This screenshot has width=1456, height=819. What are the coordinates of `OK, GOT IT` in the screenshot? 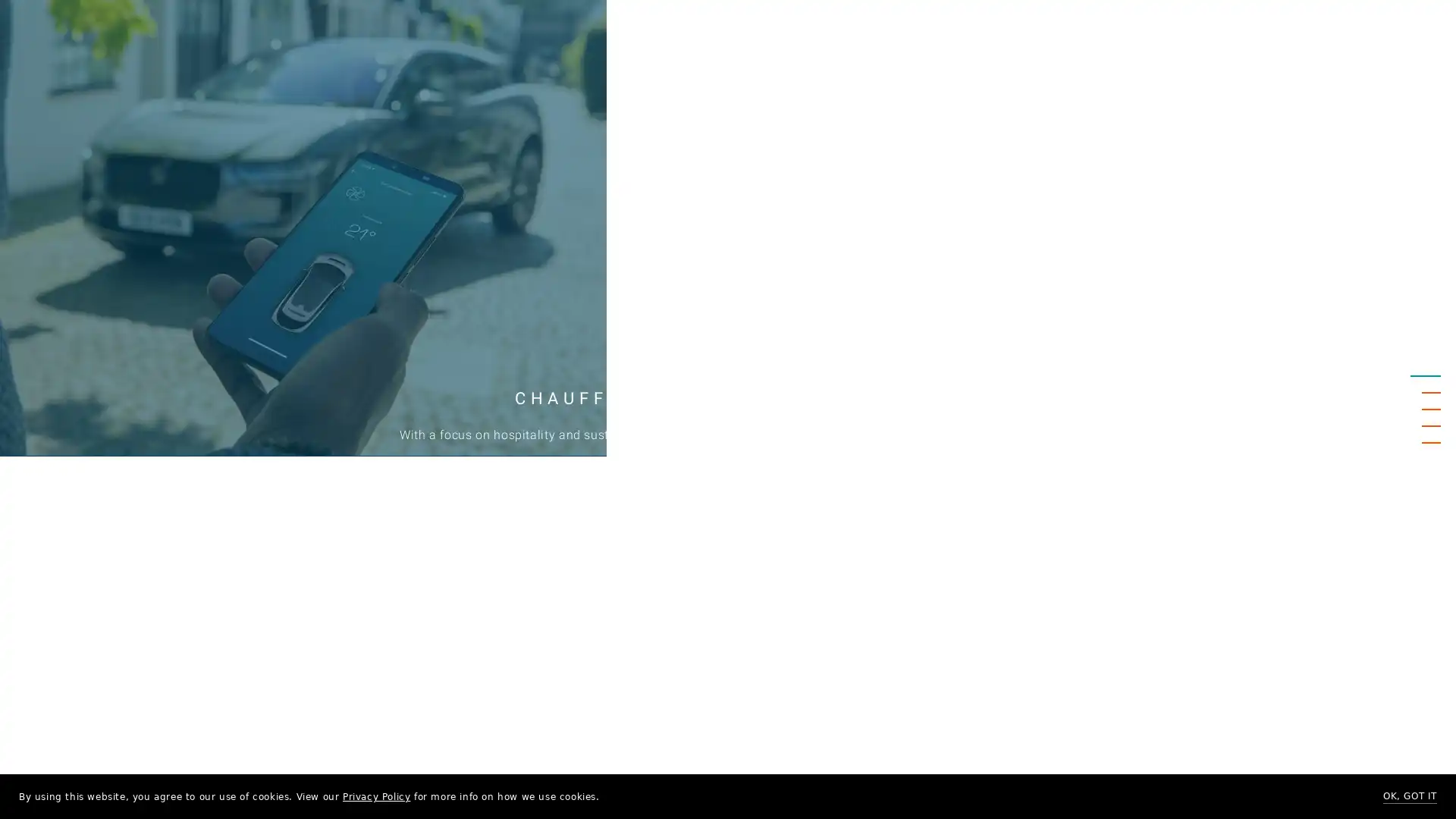 It's located at (1409, 795).